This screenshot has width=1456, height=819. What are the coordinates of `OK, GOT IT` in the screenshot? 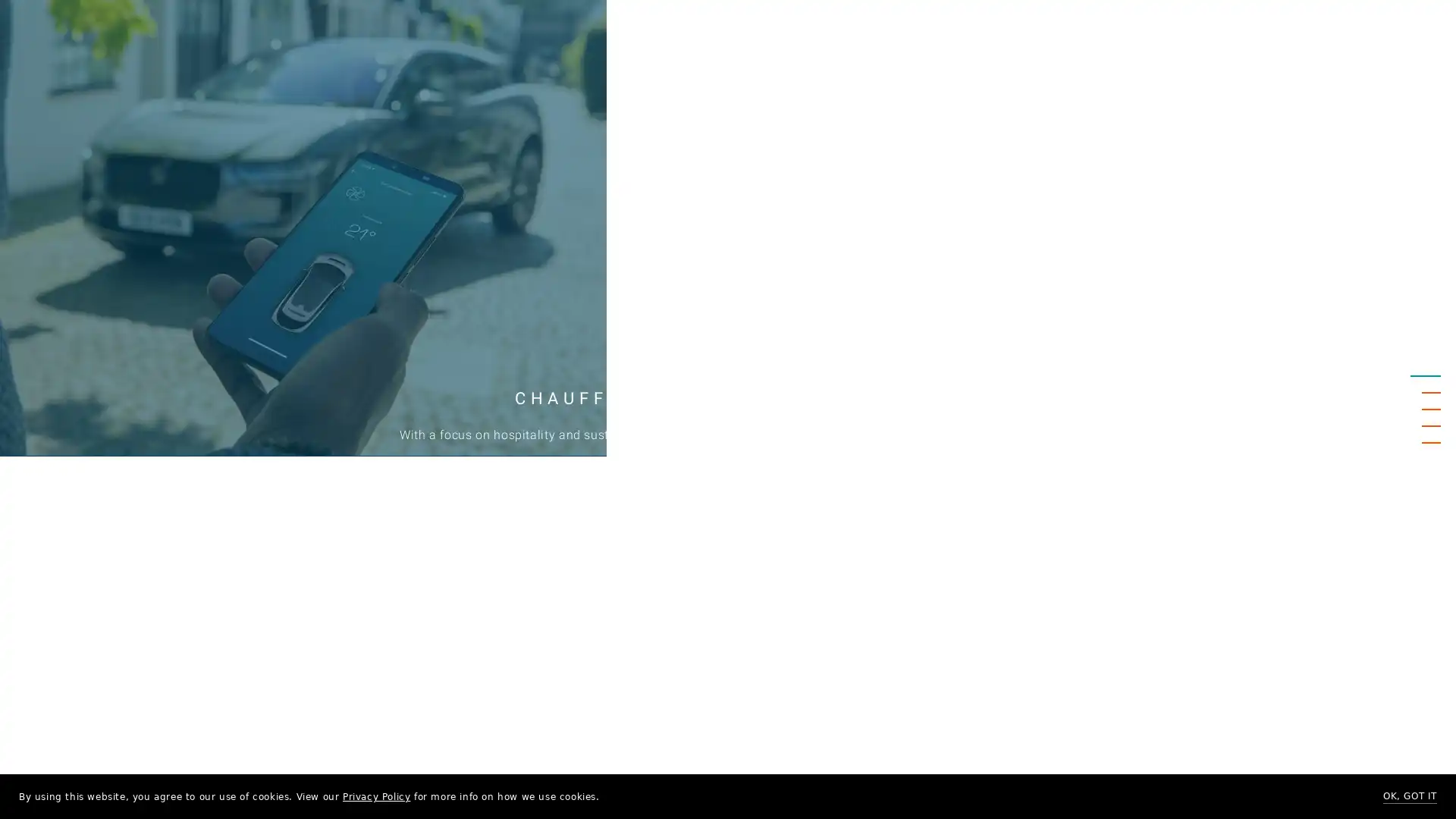 It's located at (1409, 795).